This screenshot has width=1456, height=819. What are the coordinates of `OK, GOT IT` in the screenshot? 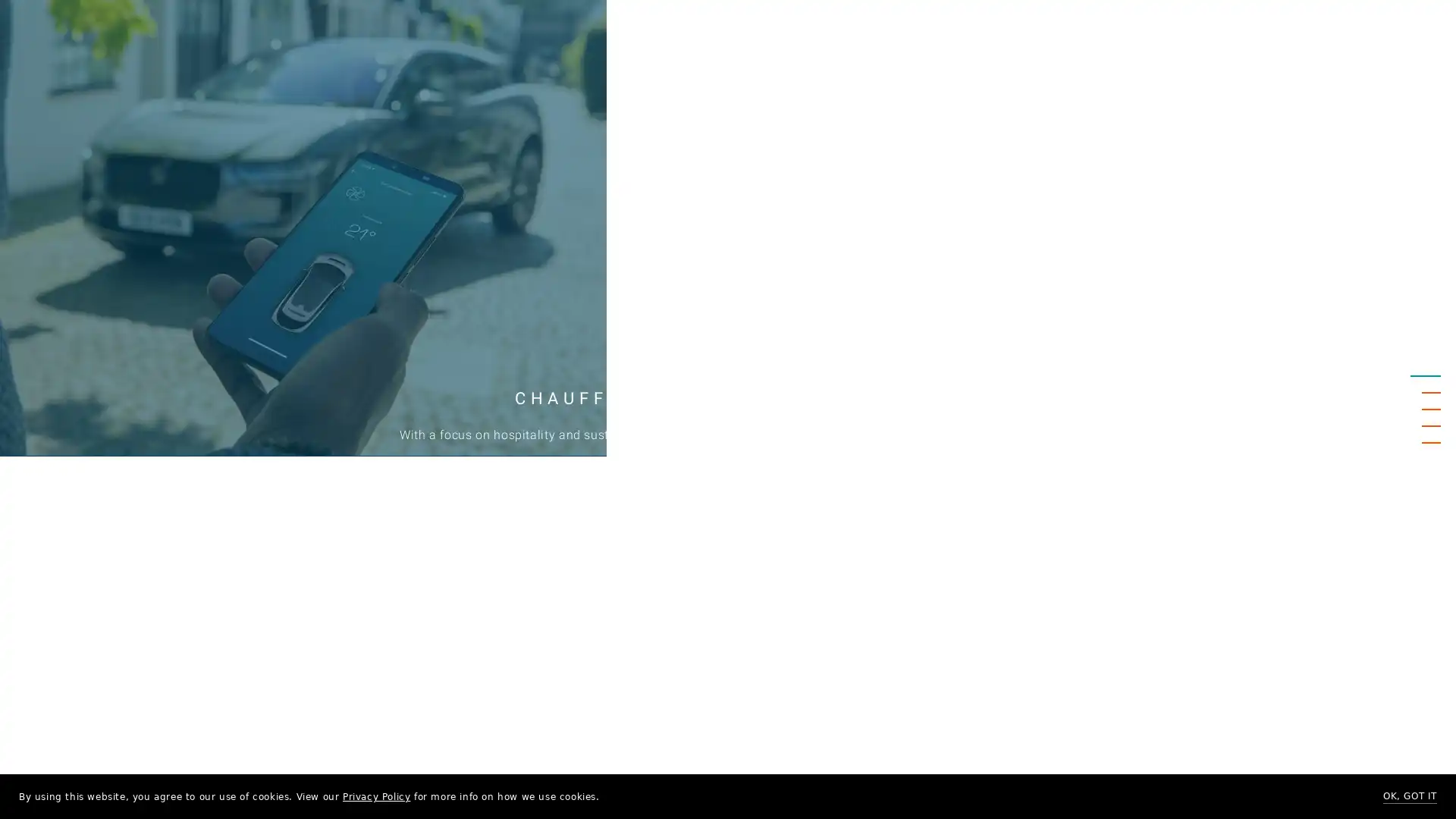 It's located at (1409, 795).